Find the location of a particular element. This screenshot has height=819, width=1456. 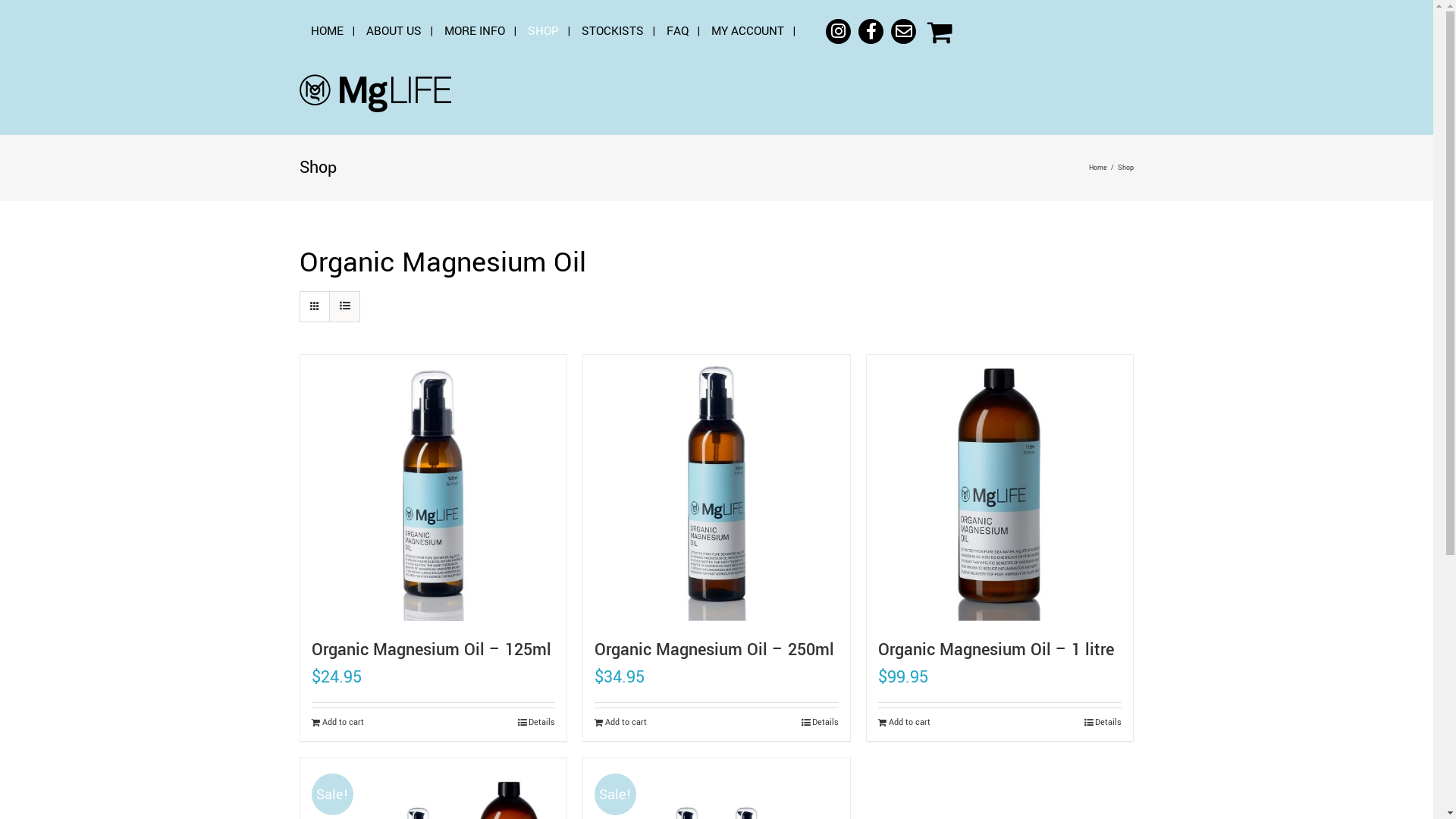

'SHOP' is located at coordinates (528, 31).